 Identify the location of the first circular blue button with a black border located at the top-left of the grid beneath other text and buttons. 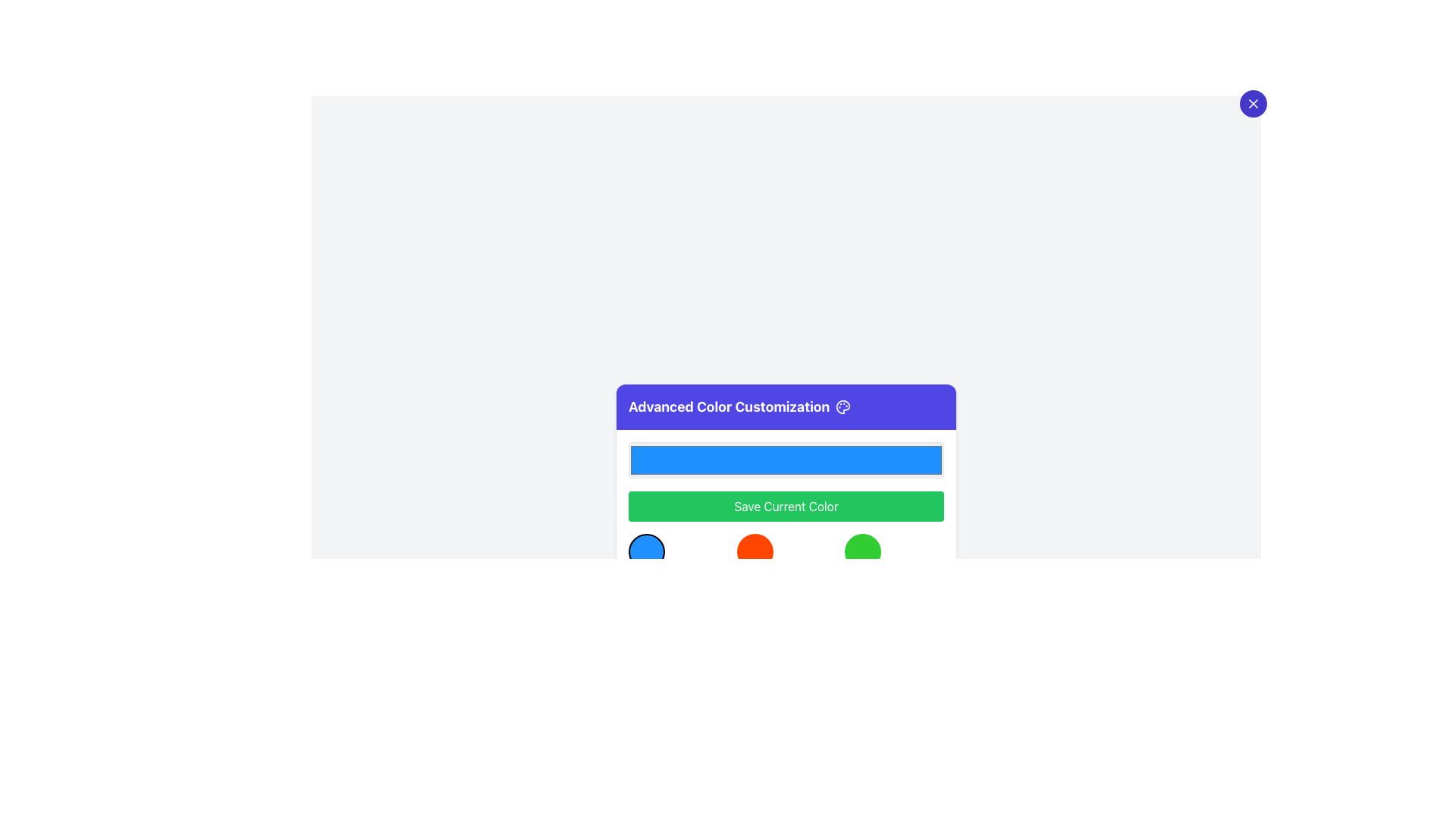
(647, 551).